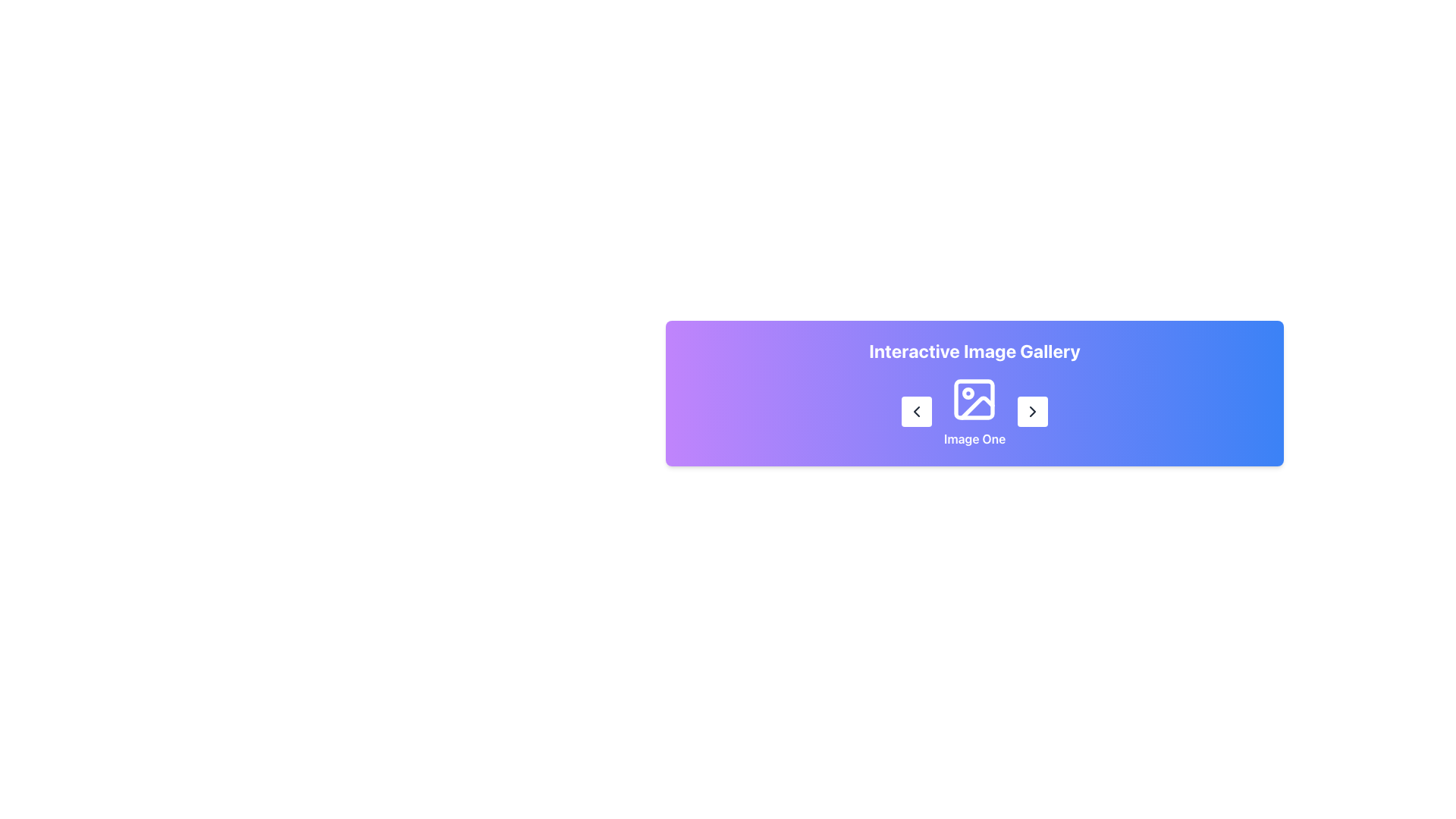 The height and width of the screenshot is (819, 1456). What do you see at coordinates (1032, 412) in the screenshot?
I see `the right navigation button located to the right of the 'Image One' text and image icon in the interactive gallery` at bounding box center [1032, 412].